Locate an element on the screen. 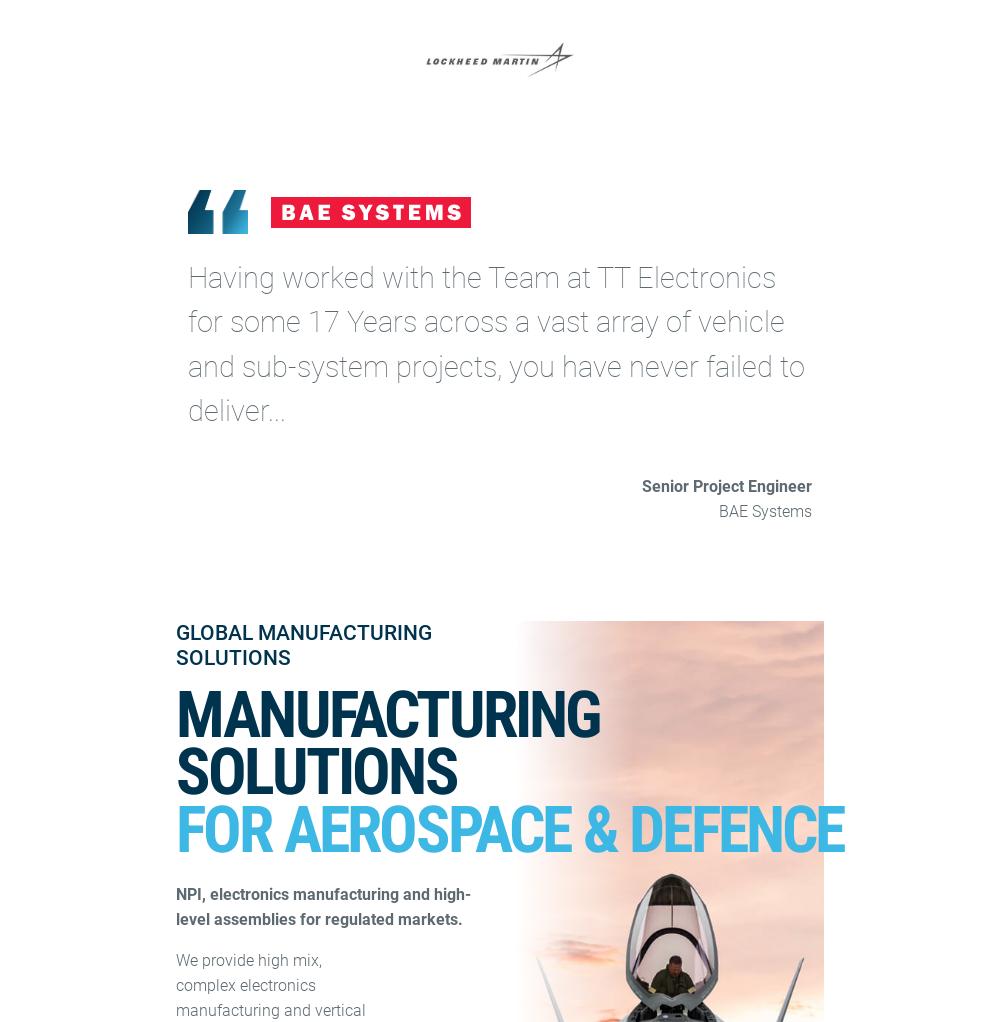 This screenshot has height=1022, width=1000. 'By submitting this form you're giving us permission to email you
          about updates, news, event and products. For more information
          check out our privacy policy' is located at coordinates (180, 470).